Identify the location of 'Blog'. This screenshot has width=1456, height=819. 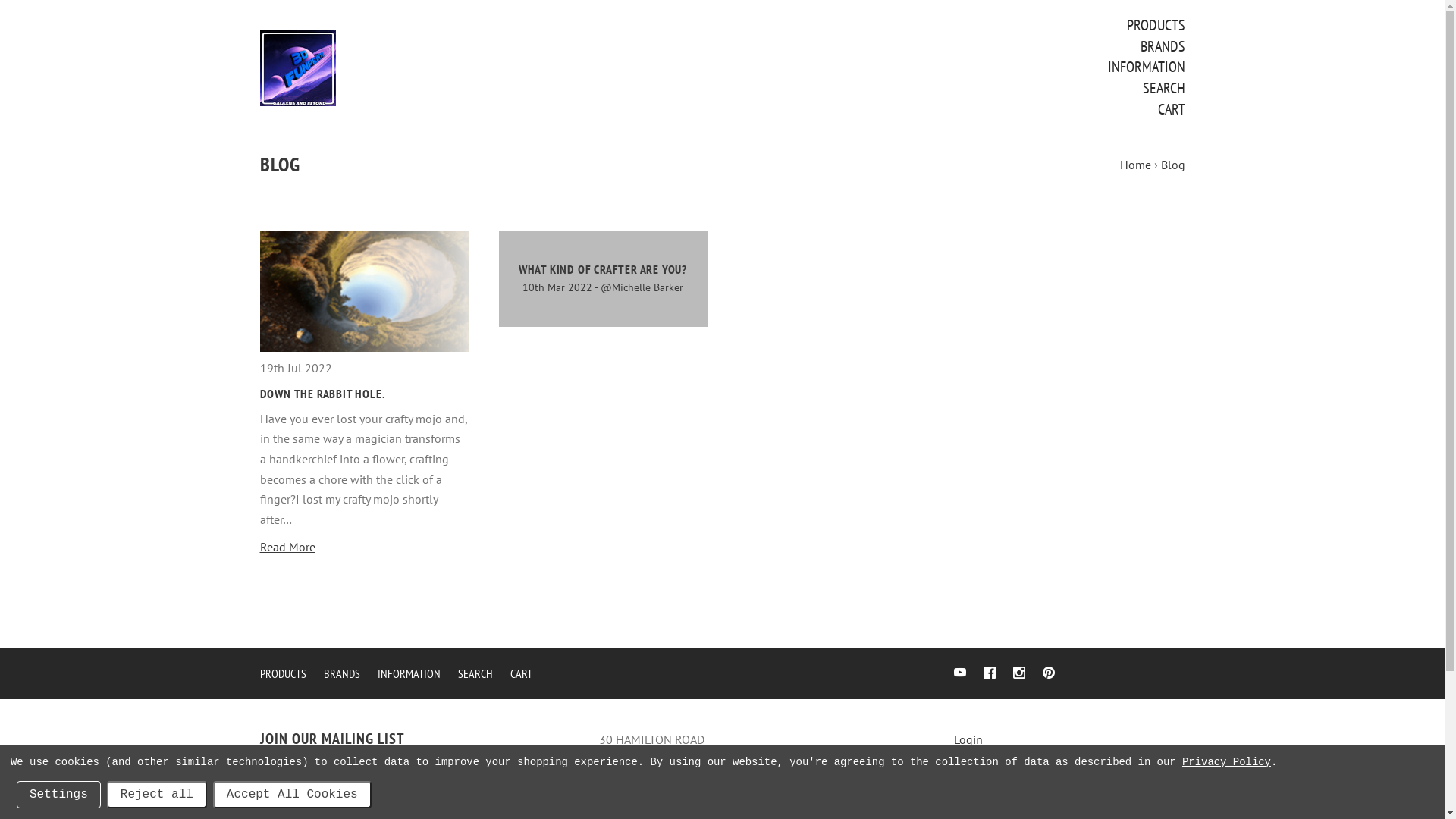
(1159, 164).